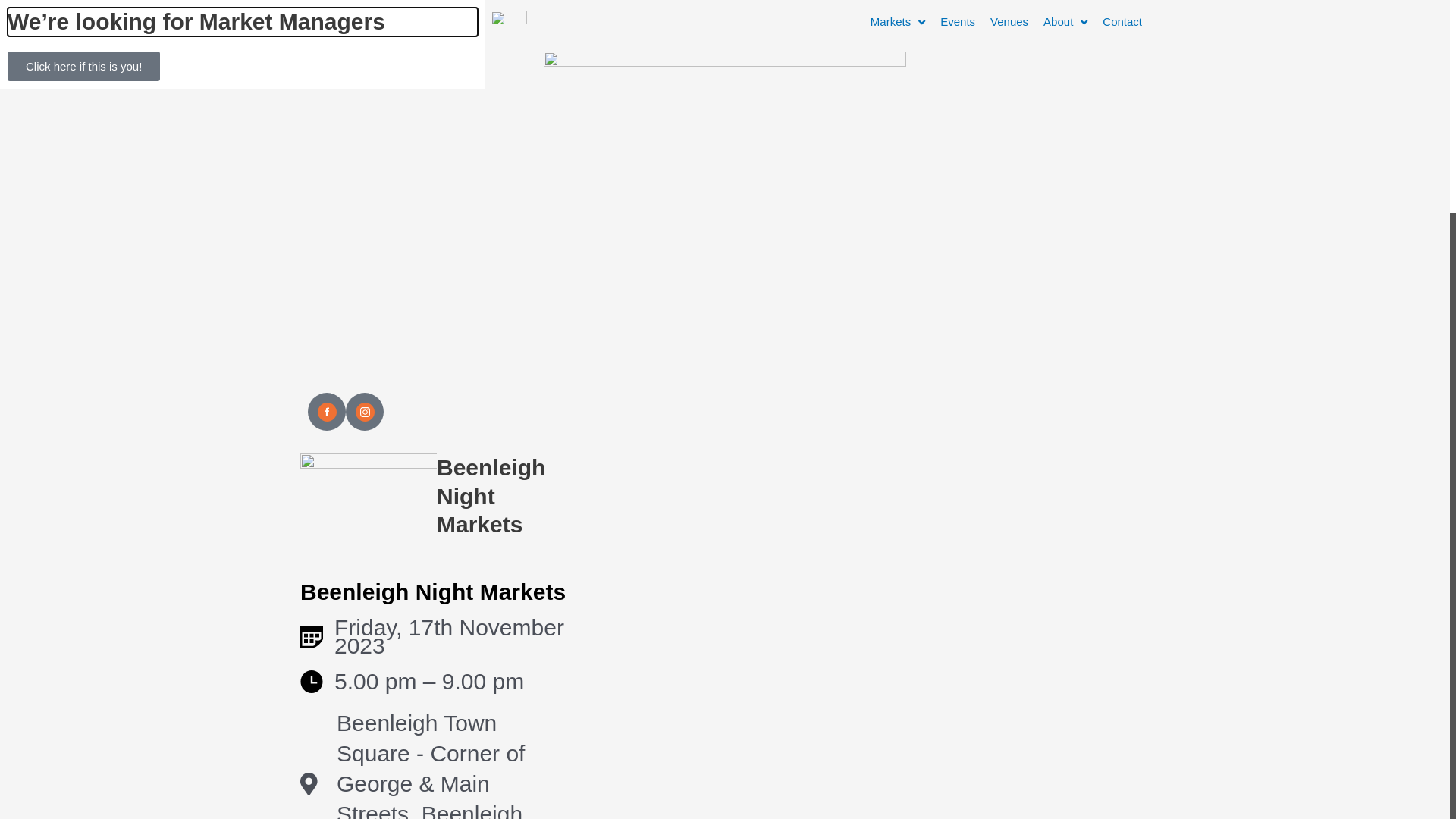  I want to click on 'About', so click(1065, 22).